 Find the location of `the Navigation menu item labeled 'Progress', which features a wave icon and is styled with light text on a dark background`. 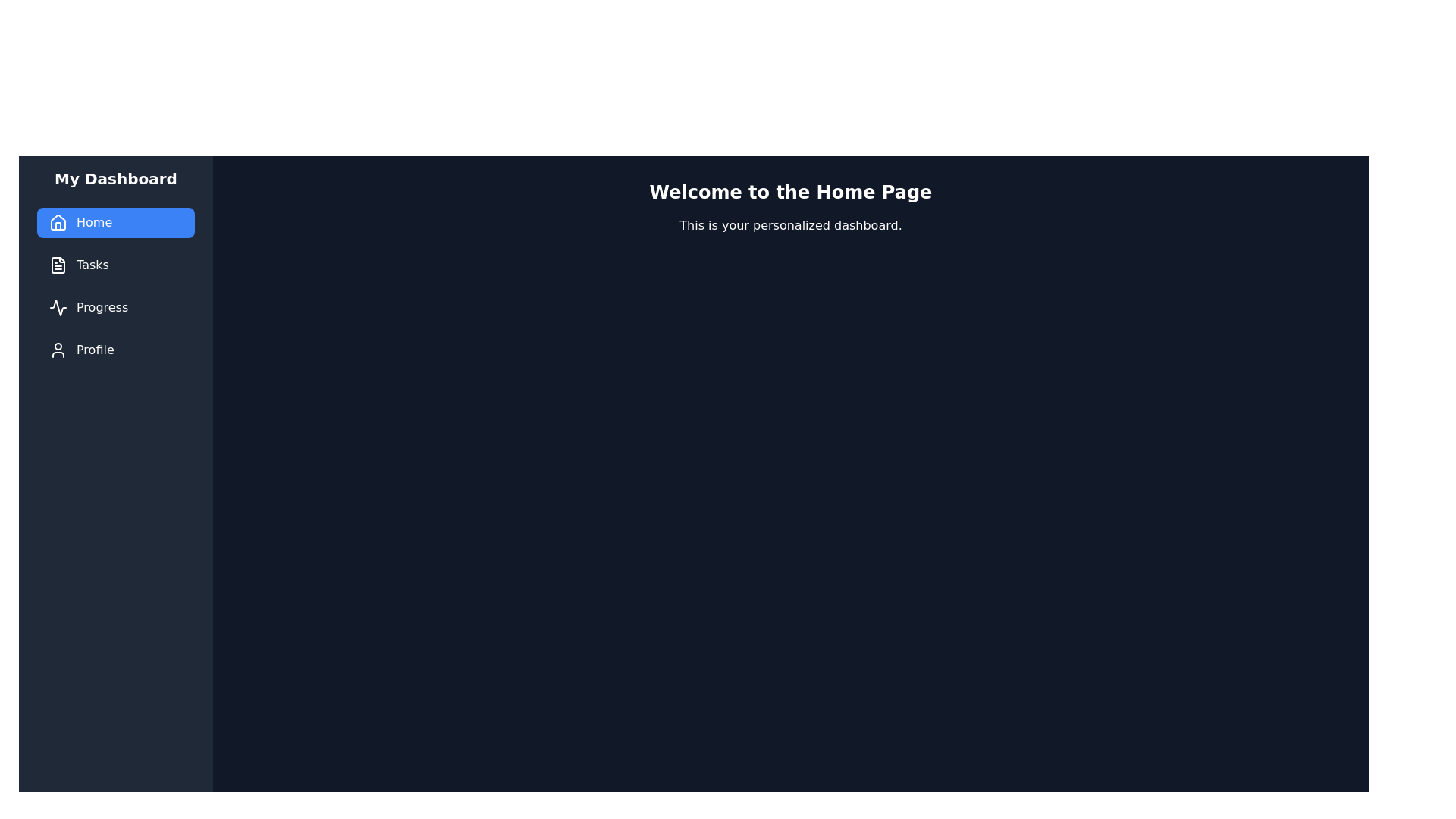

the Navigation menu item labeled 'Progress', which features a wave icon and is styled with light text on a dark background is located at coordinates (115, 307).